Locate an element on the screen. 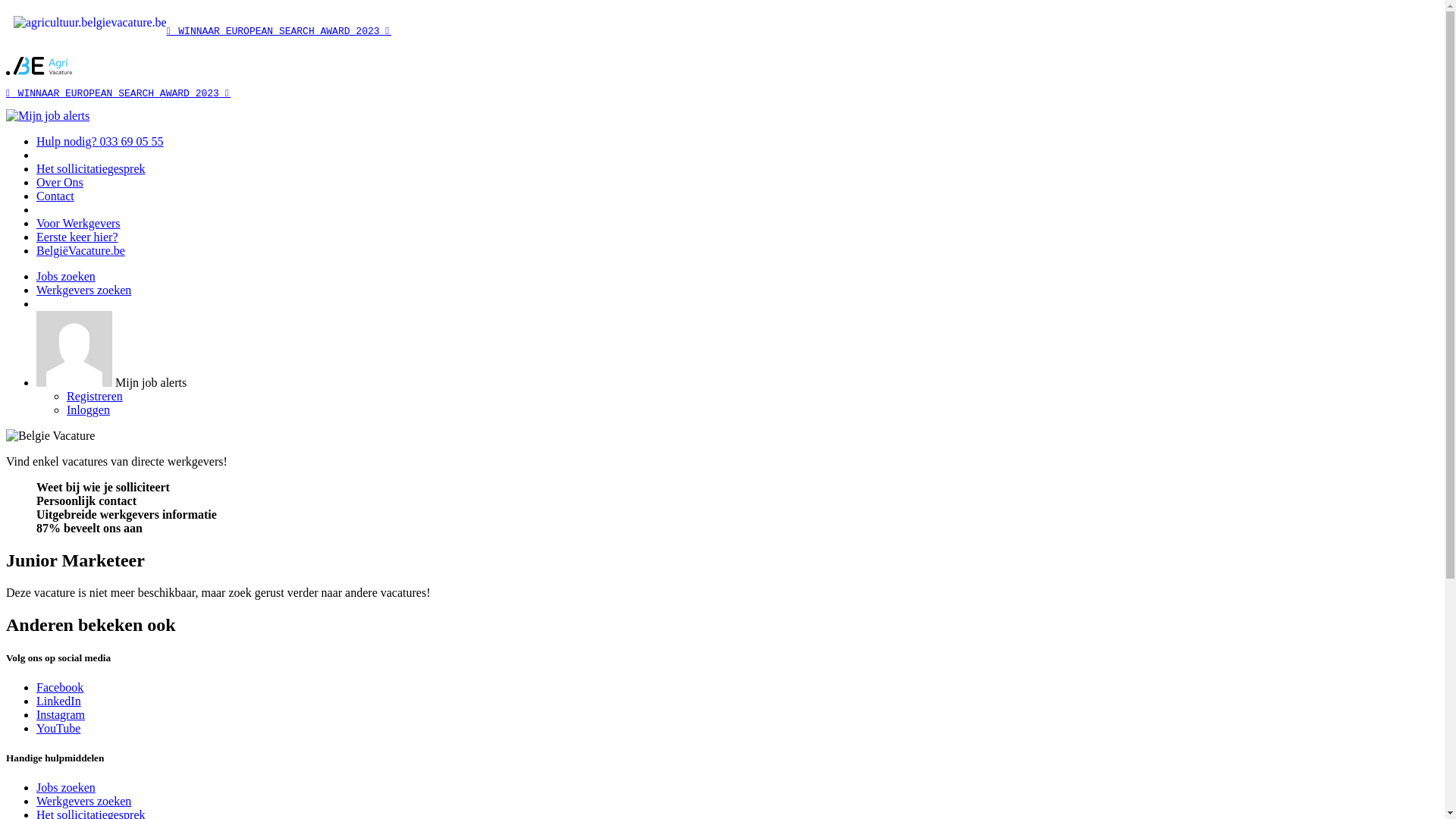 This screenshot has width=1456, height=819. 'Voor Werkgevers' is located at coordinates (77, 223).